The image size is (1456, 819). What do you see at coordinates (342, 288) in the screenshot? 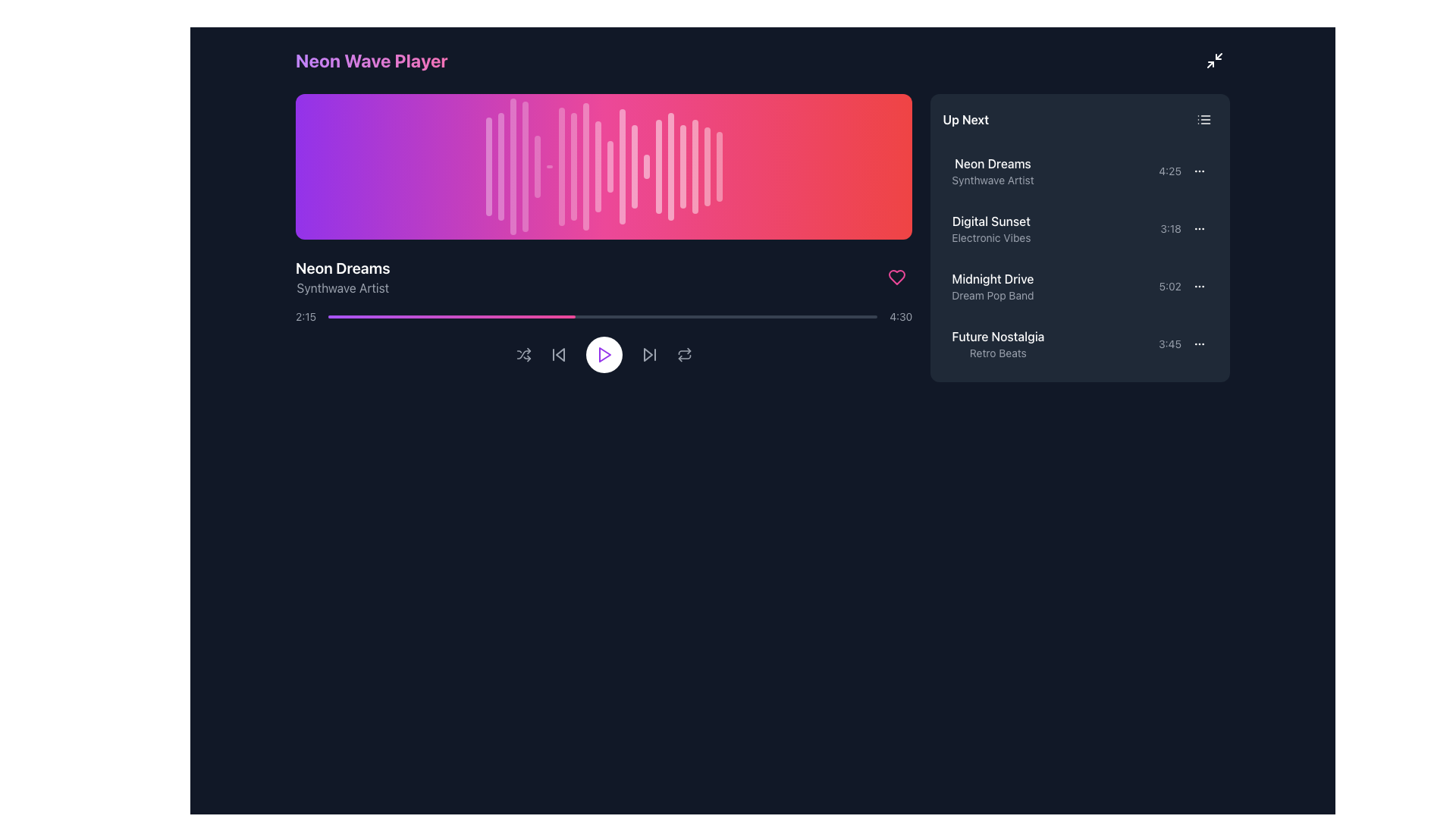
I see `the text label that reads 'Synthwave Artist', which is styled in gray font and located directly beneath the 'Neon Dreams' title` at bounding box center [342, 288].